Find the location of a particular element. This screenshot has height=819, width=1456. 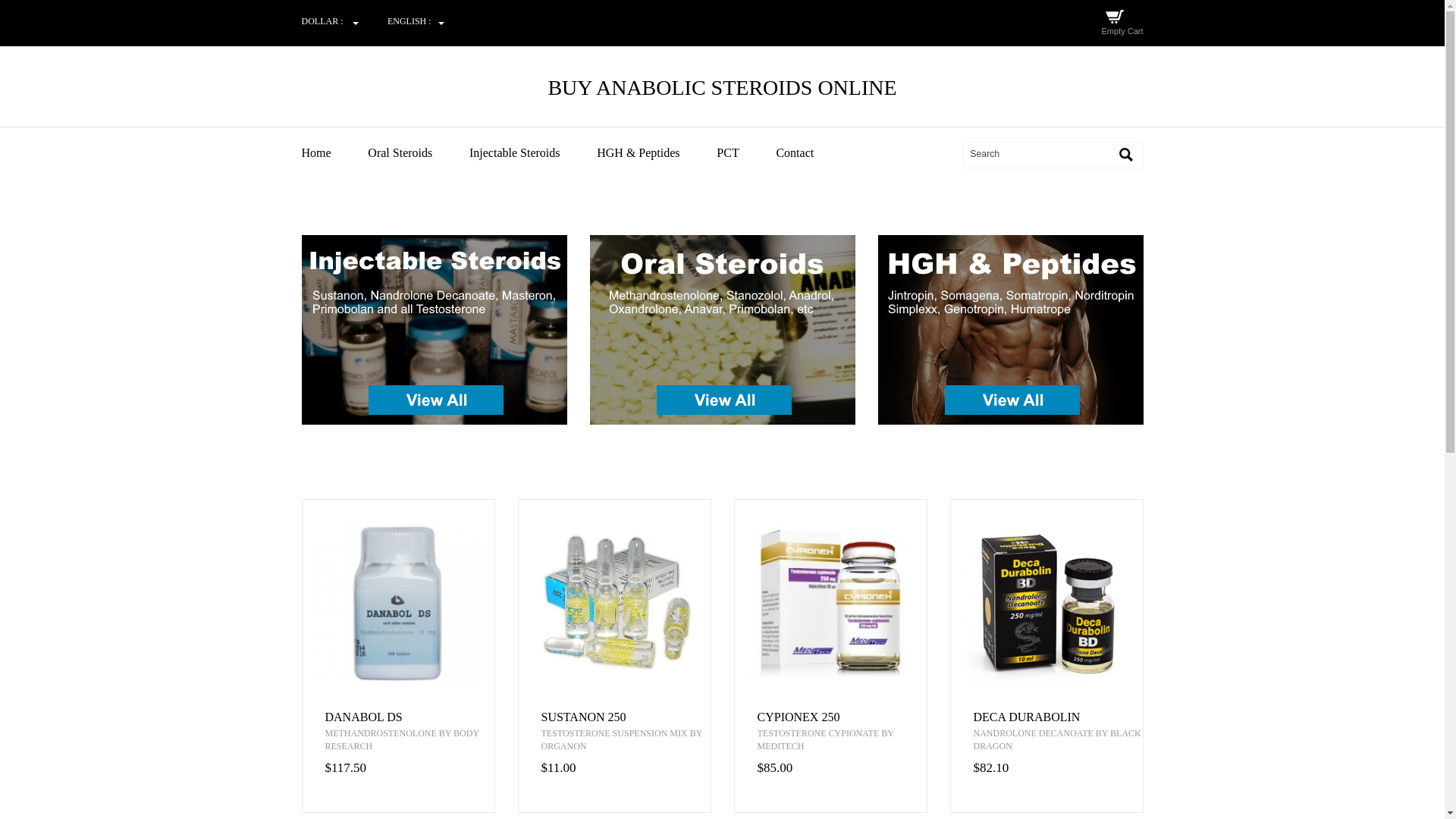

'DANABOL DS' is located at coordinates (323, 717).